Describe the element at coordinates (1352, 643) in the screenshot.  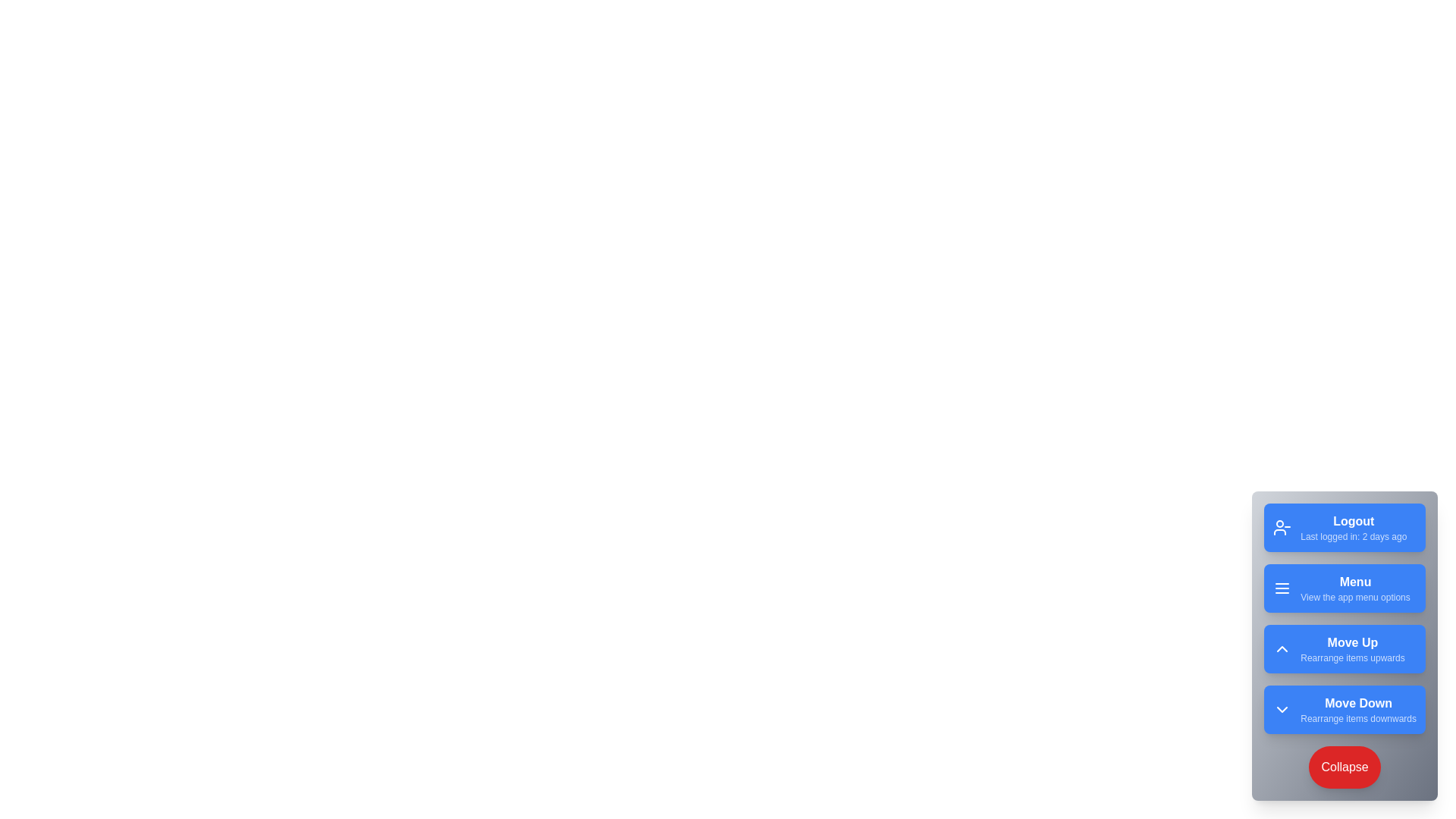
I see `the 'Move Up' text label, which is styled in bold white font on a blue background and located in the third section of a vertical stack of options on the right-hand side of the interface` at that location.